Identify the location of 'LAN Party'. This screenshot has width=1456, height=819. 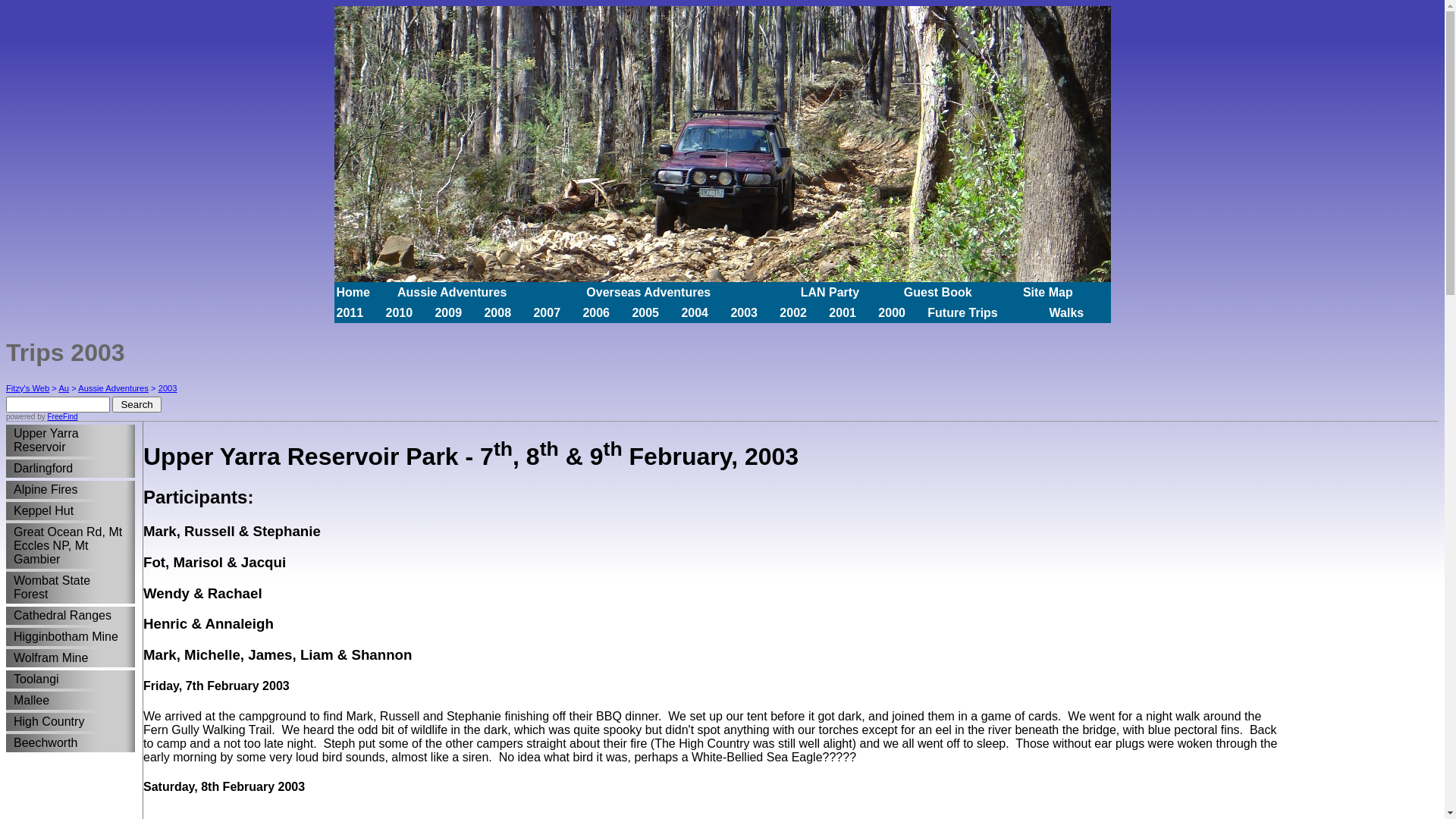
(829, 291).